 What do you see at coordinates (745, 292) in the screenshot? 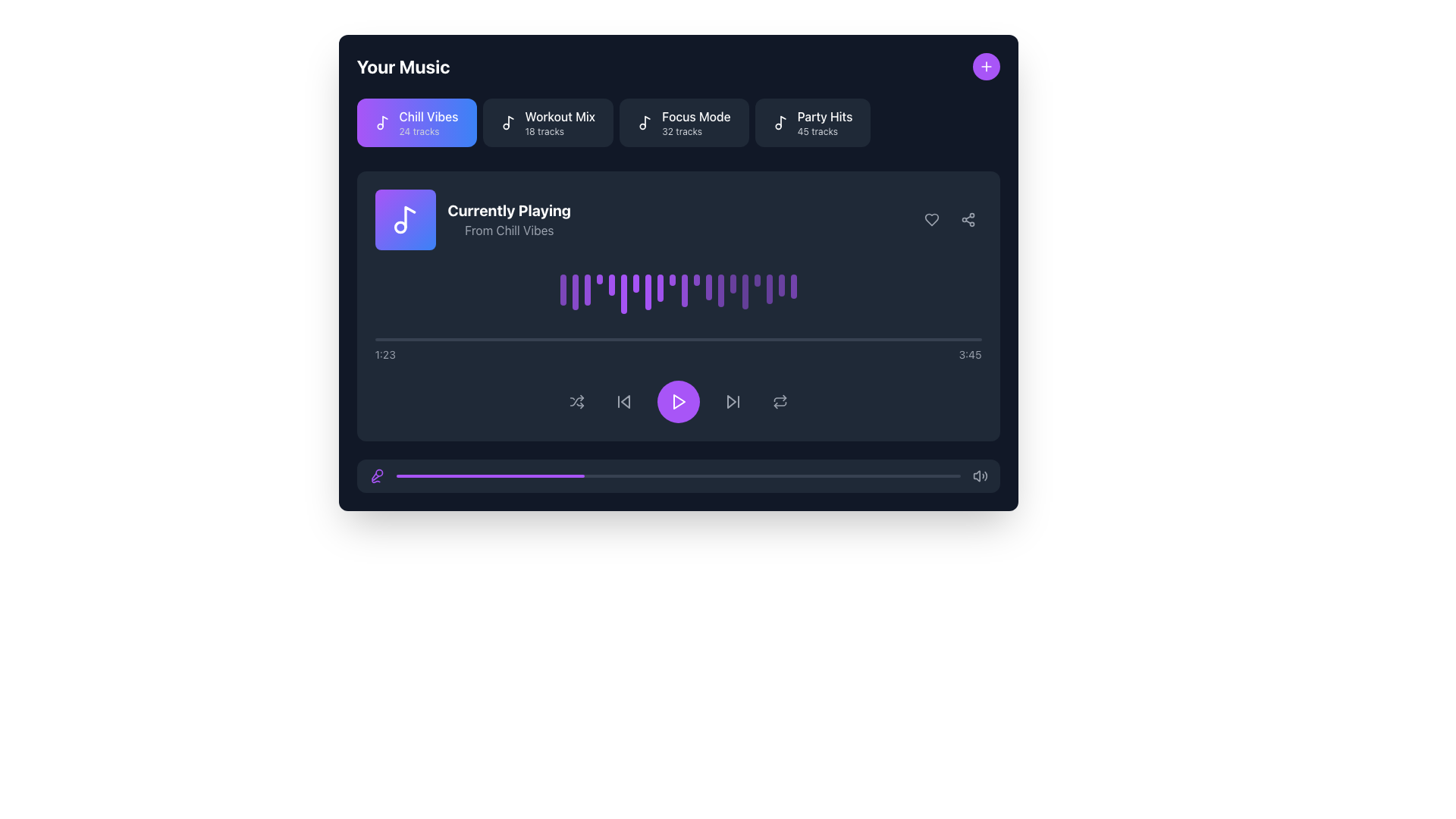
I see `the 16th purple vertical progress indicator bar with rounded edges located centrally in the playback section` at bounding box center [745, 292].